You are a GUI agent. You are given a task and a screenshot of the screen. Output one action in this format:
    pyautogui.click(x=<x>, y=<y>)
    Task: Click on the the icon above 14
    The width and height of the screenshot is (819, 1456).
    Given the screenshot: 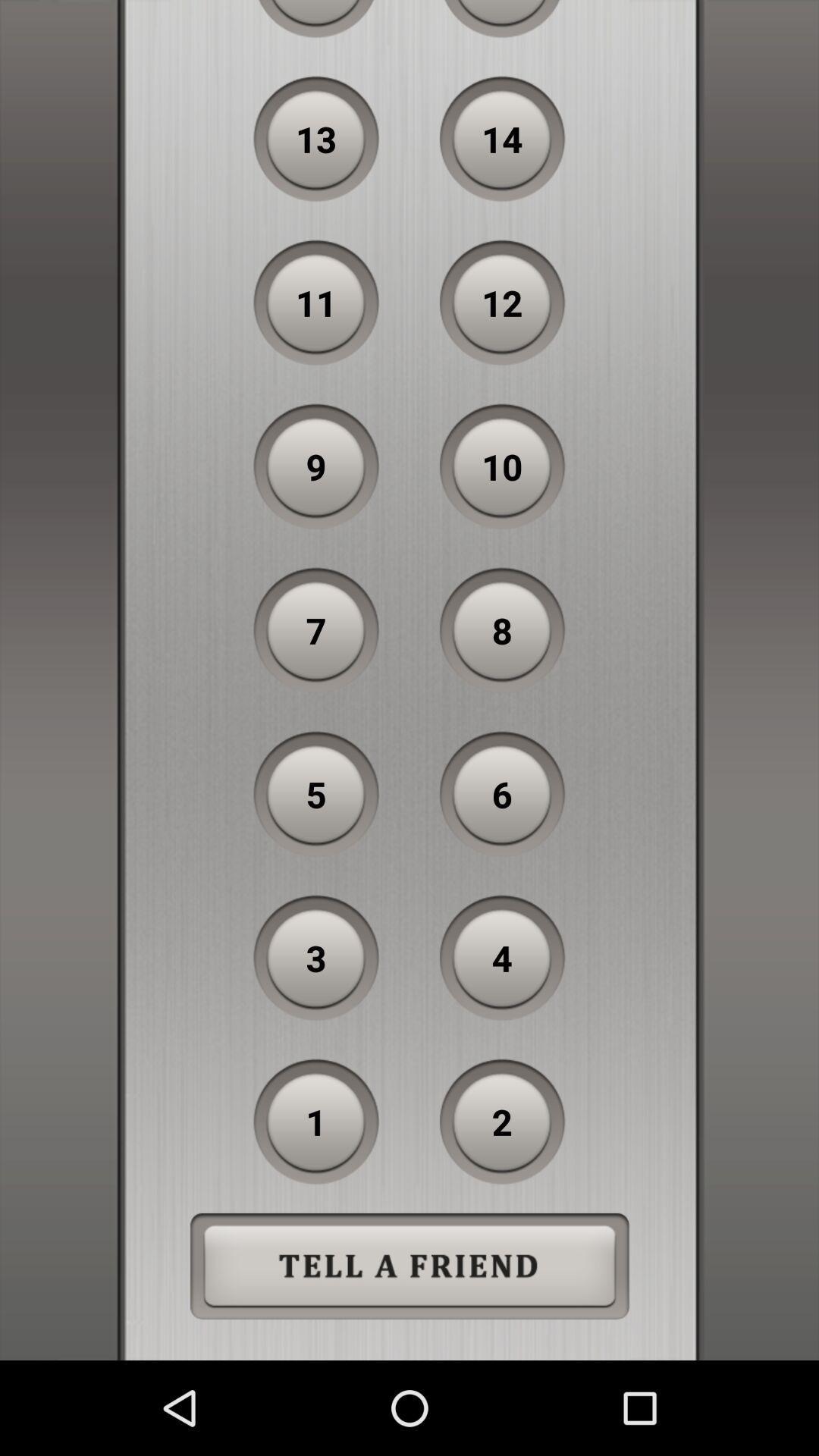 What is the action you would take?
    pyautogui.click(x=502, y=19)
    